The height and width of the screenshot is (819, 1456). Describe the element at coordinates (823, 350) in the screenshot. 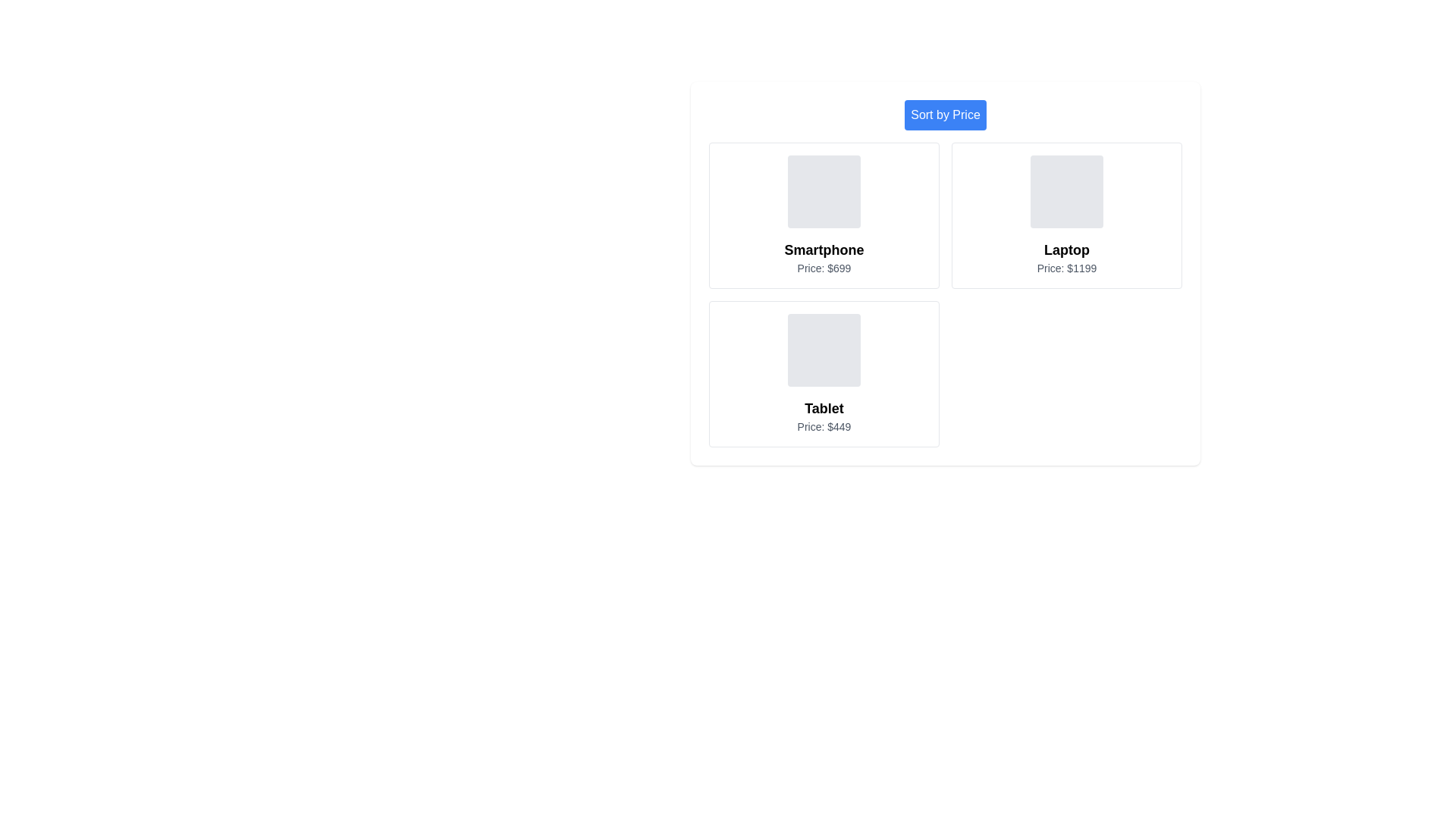

I see `the placeholder image for Tablet` at that location.